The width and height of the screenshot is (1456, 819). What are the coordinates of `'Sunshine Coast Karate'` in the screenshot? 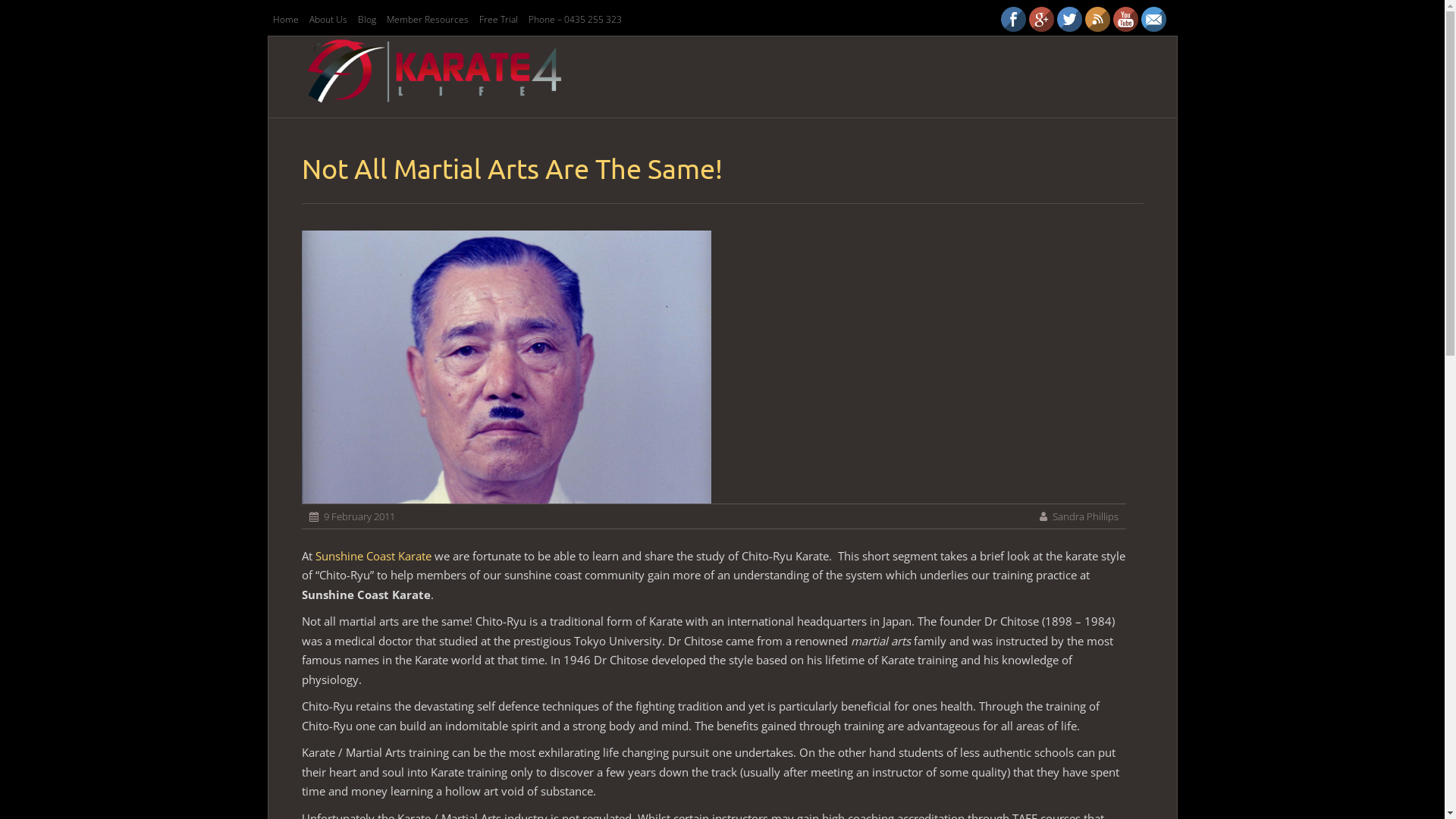 It's located at (373, 555).